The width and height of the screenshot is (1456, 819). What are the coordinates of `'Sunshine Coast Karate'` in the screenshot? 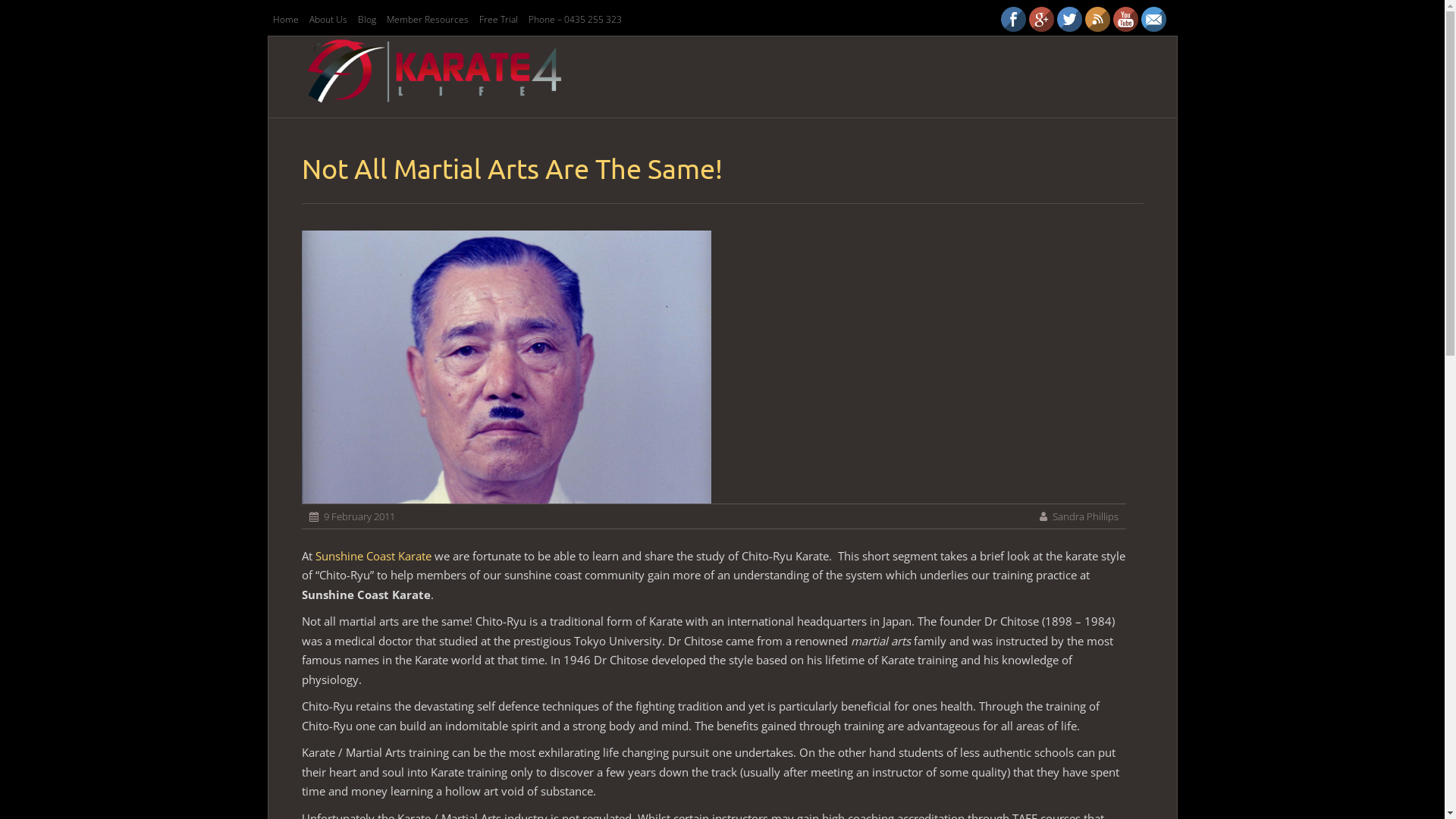 It's located at (373, 555).